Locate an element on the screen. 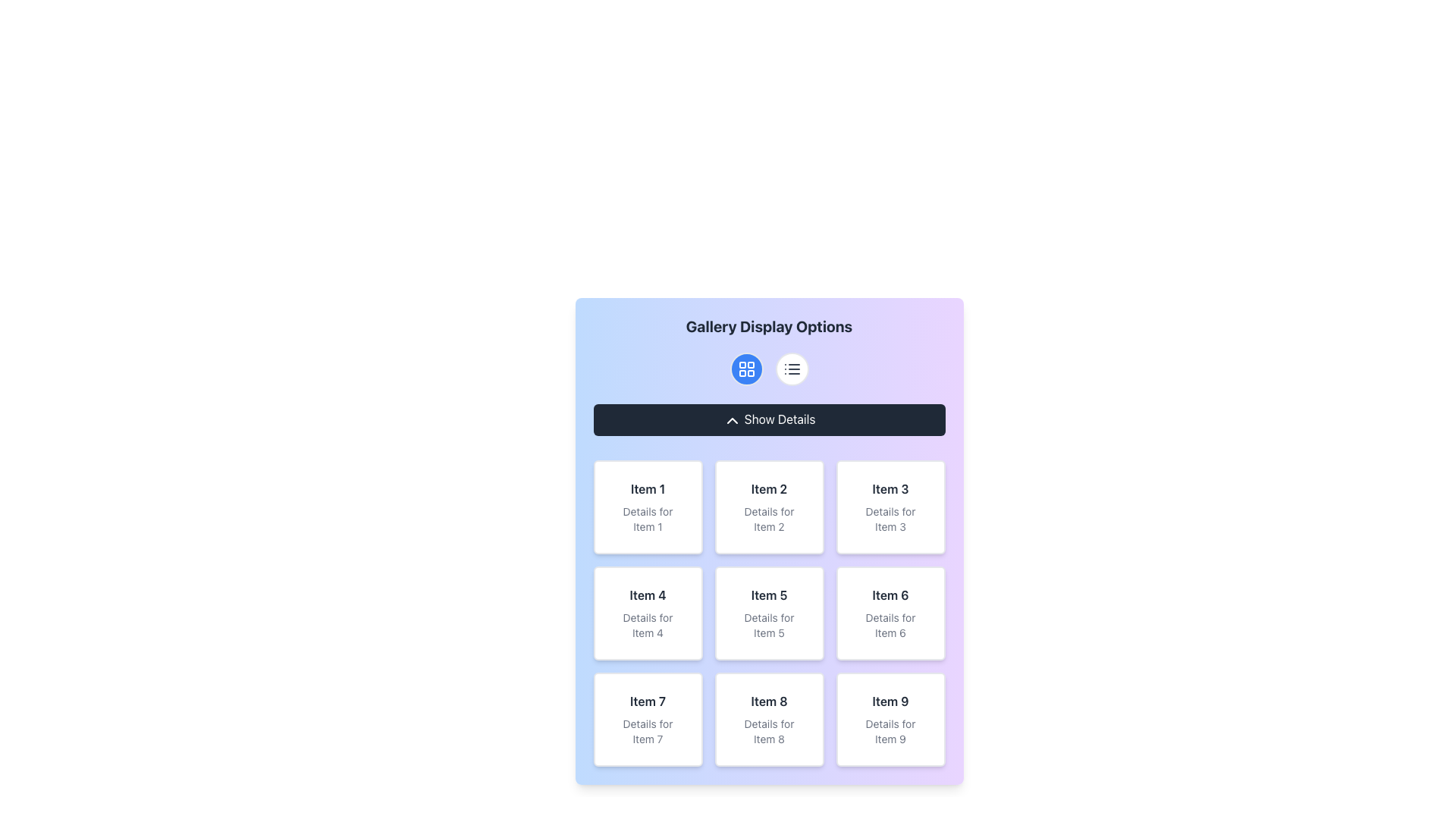 The image size is (1456, 819). the static text providing descriptive details about 'Item 8', located below the text 'Item 8' in the middle position of the third row in a grid of 3x3 cards is located at coordinates (769, 730).